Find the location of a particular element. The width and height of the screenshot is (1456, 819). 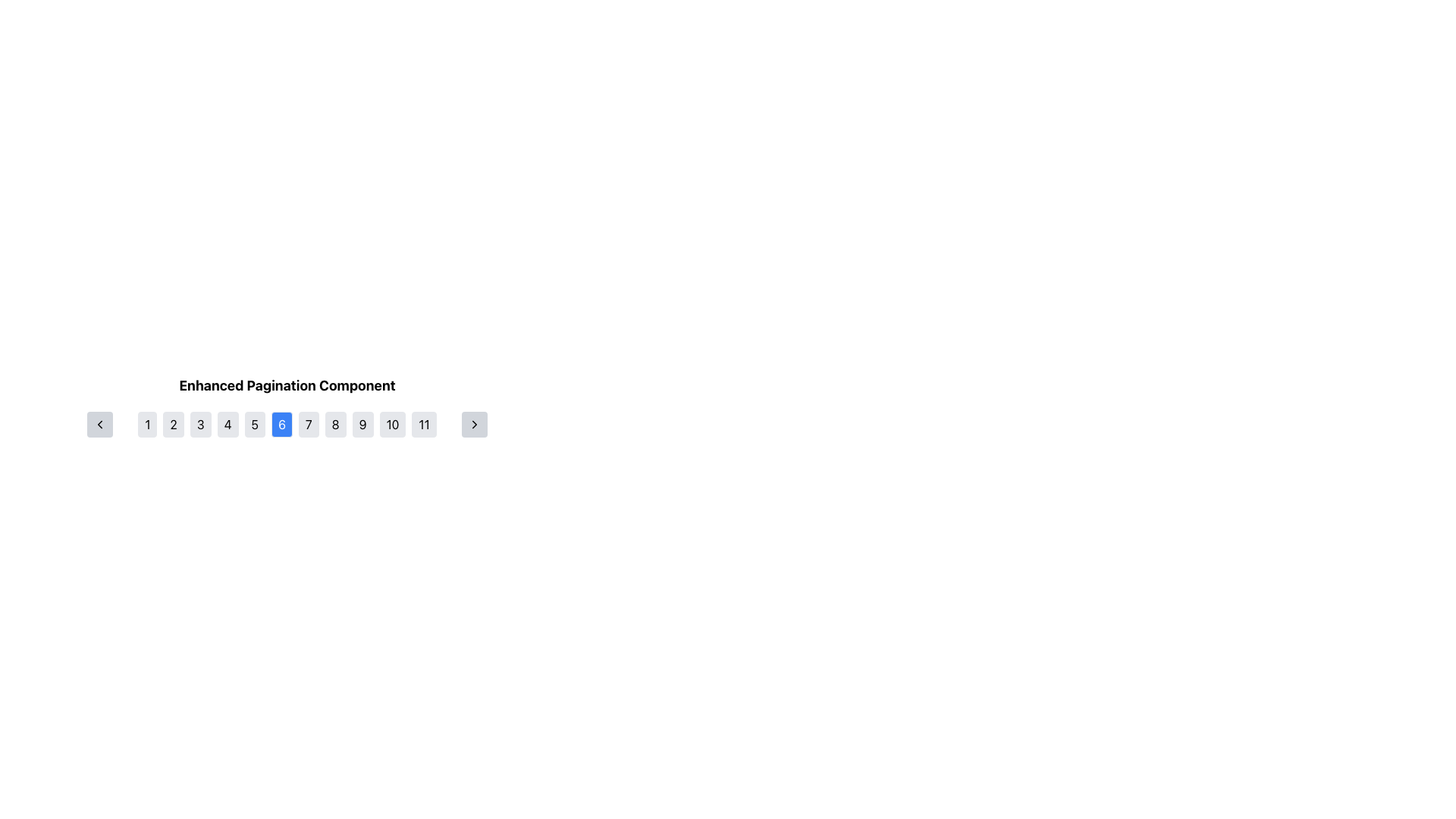

the pagination control button located at the rightmost position is located at coordinates (473, 424).